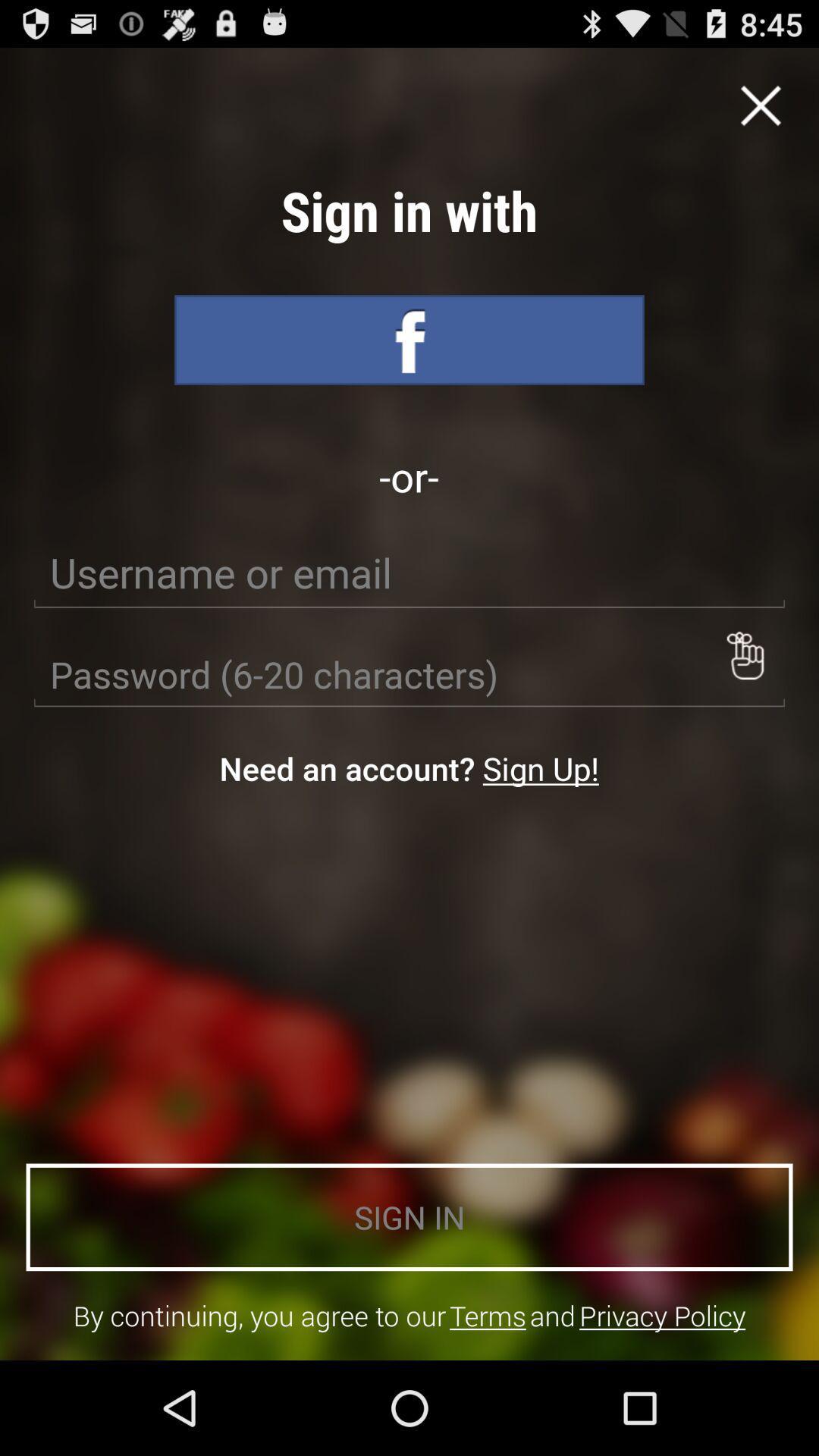 The image size is (819, 1456). What do you see at coordinates (488, 1315) in the screenshot?
I see `the terms icon` at bounding box center [488, 1315].